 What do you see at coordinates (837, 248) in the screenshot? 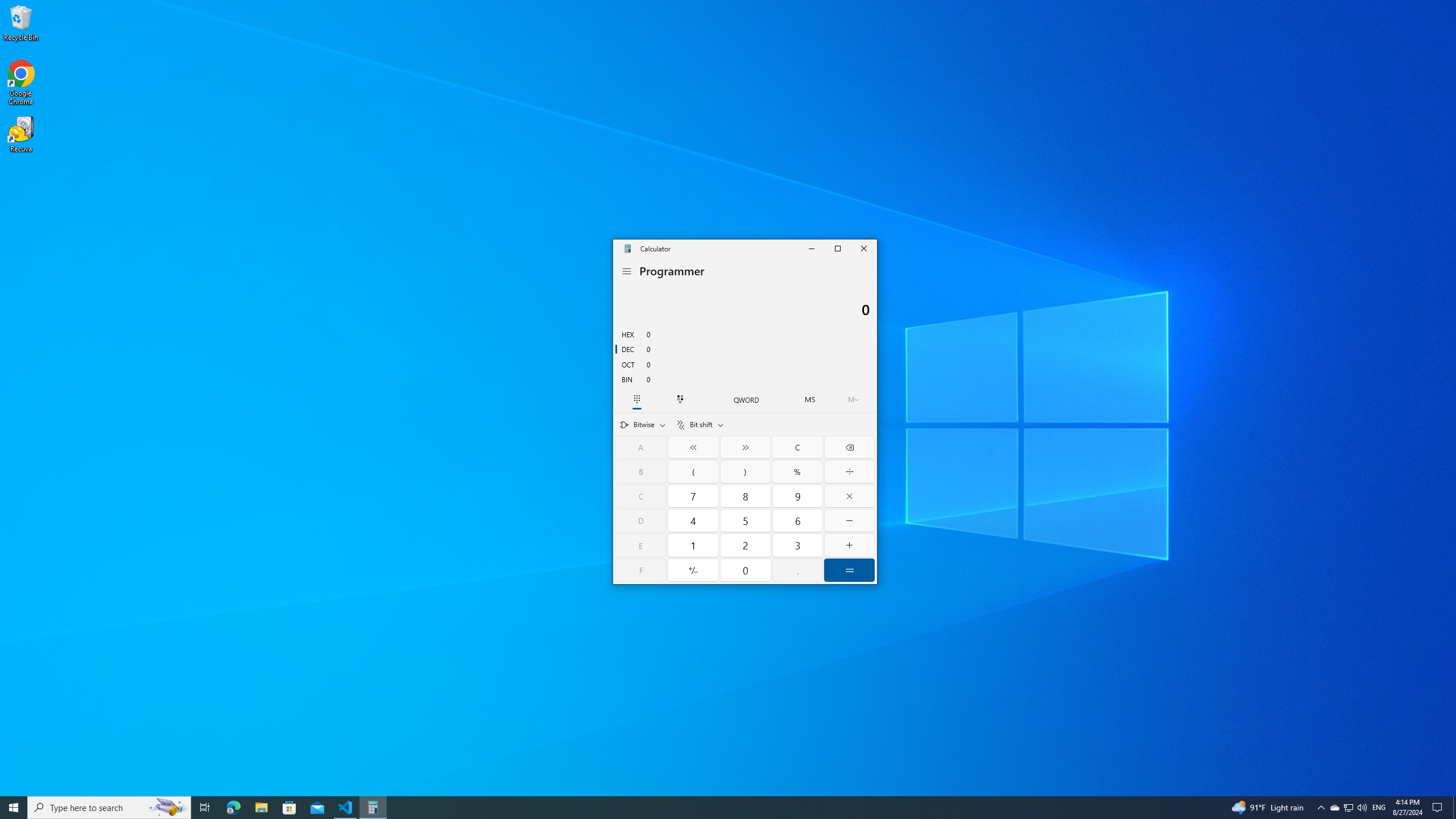
I see `'Maximize Calculator'` at bounding box center [837, 248].